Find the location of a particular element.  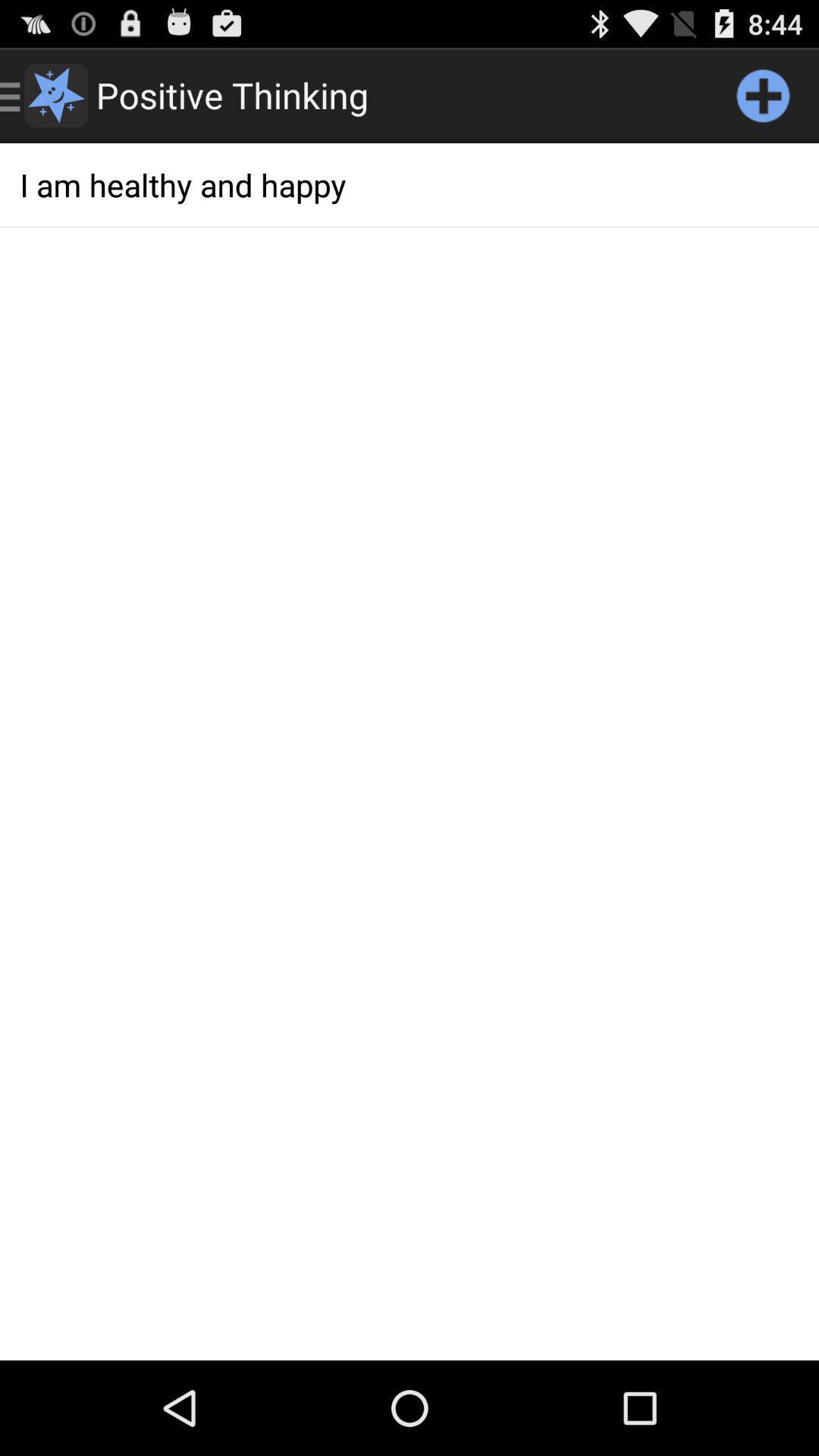

to list is located at coordinates (763, 94).